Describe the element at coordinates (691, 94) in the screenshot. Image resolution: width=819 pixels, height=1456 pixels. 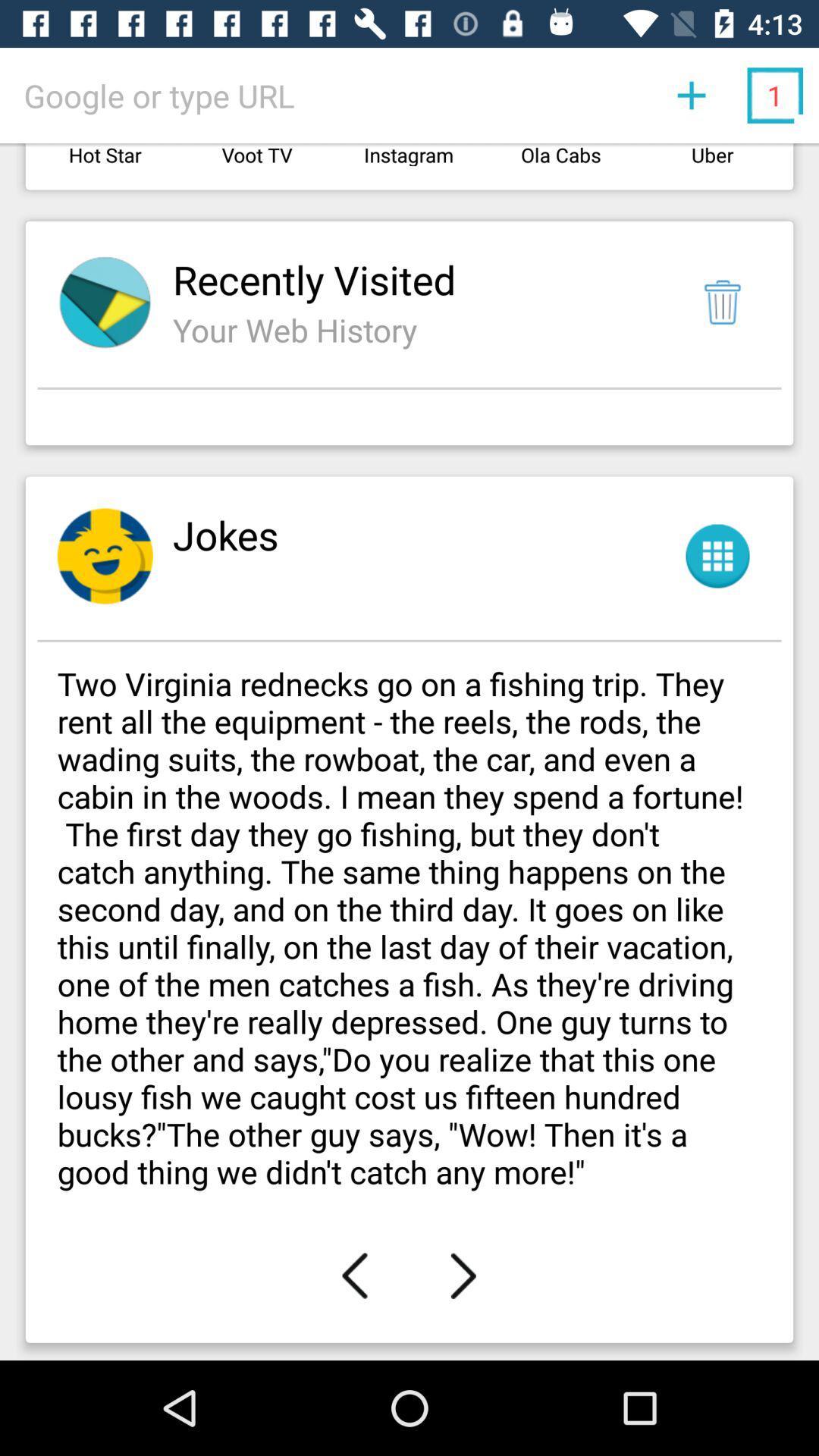
I see `item next to the 1 icon` at that location.